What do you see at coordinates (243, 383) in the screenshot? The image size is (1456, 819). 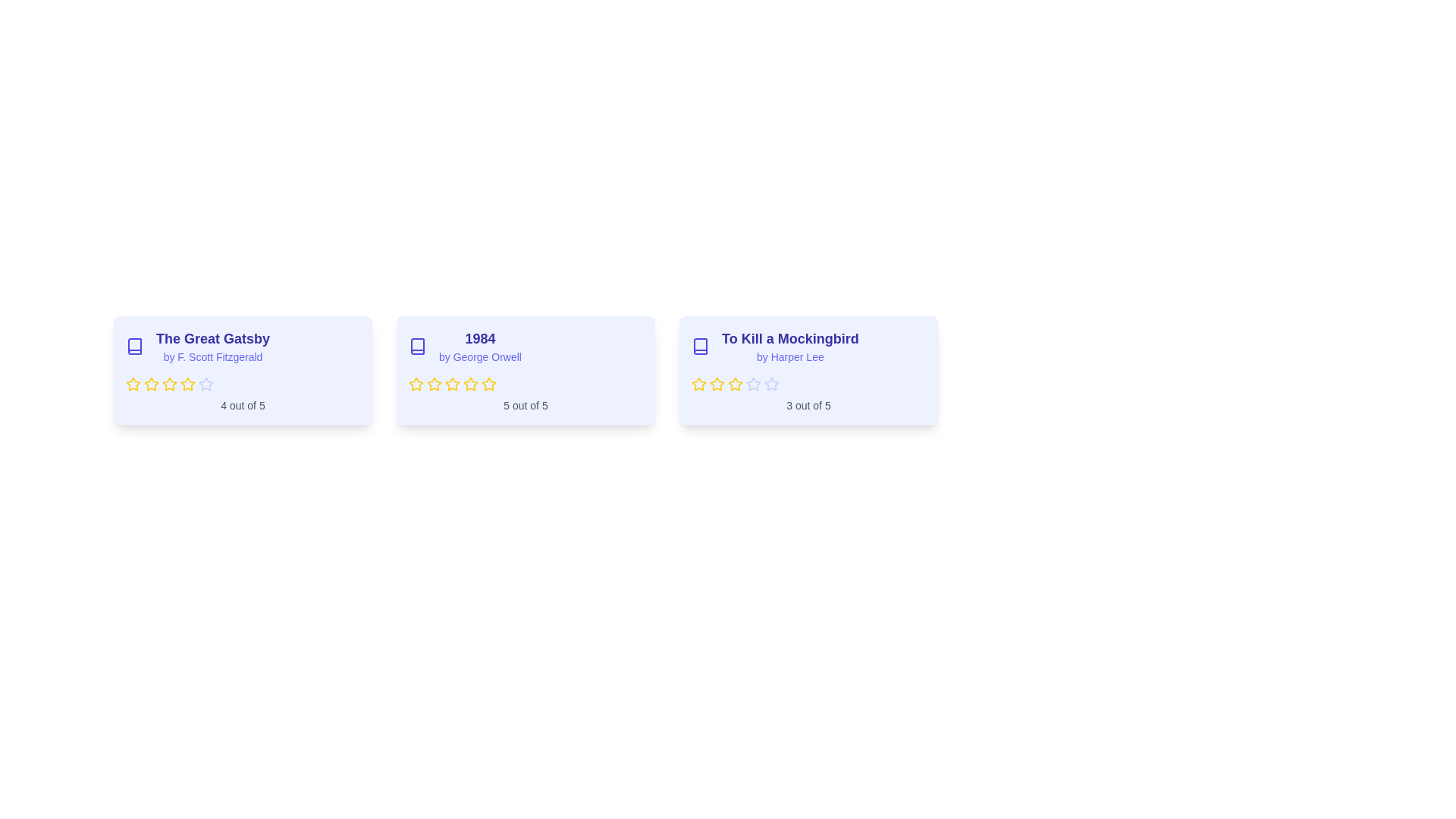 I see `the rating stars of the book to view its rating` at bounding box center [243, 383].